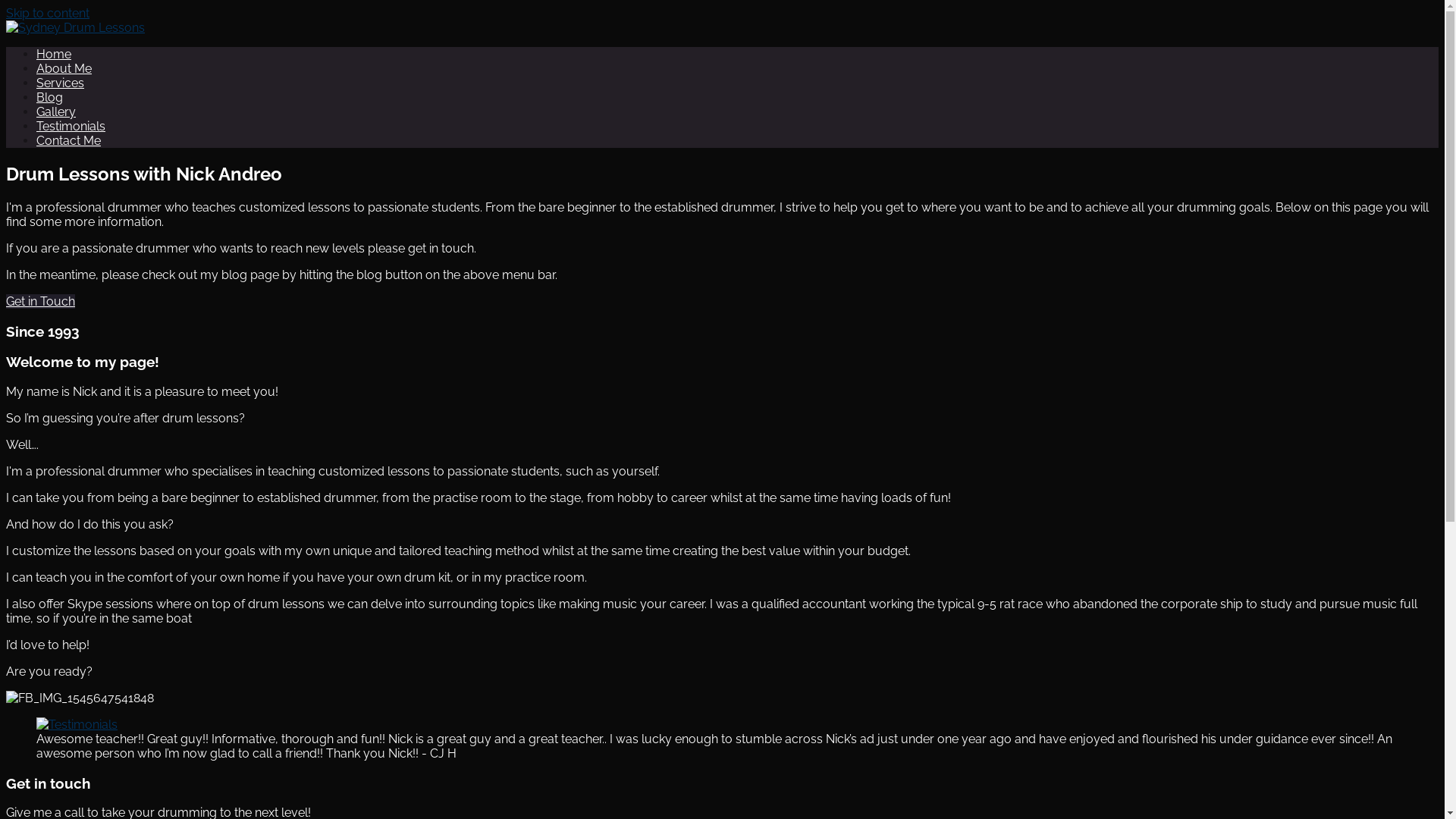 This screenshot has height=819, width=1456. I want to click on 'Skip to content', so click(6, 13).